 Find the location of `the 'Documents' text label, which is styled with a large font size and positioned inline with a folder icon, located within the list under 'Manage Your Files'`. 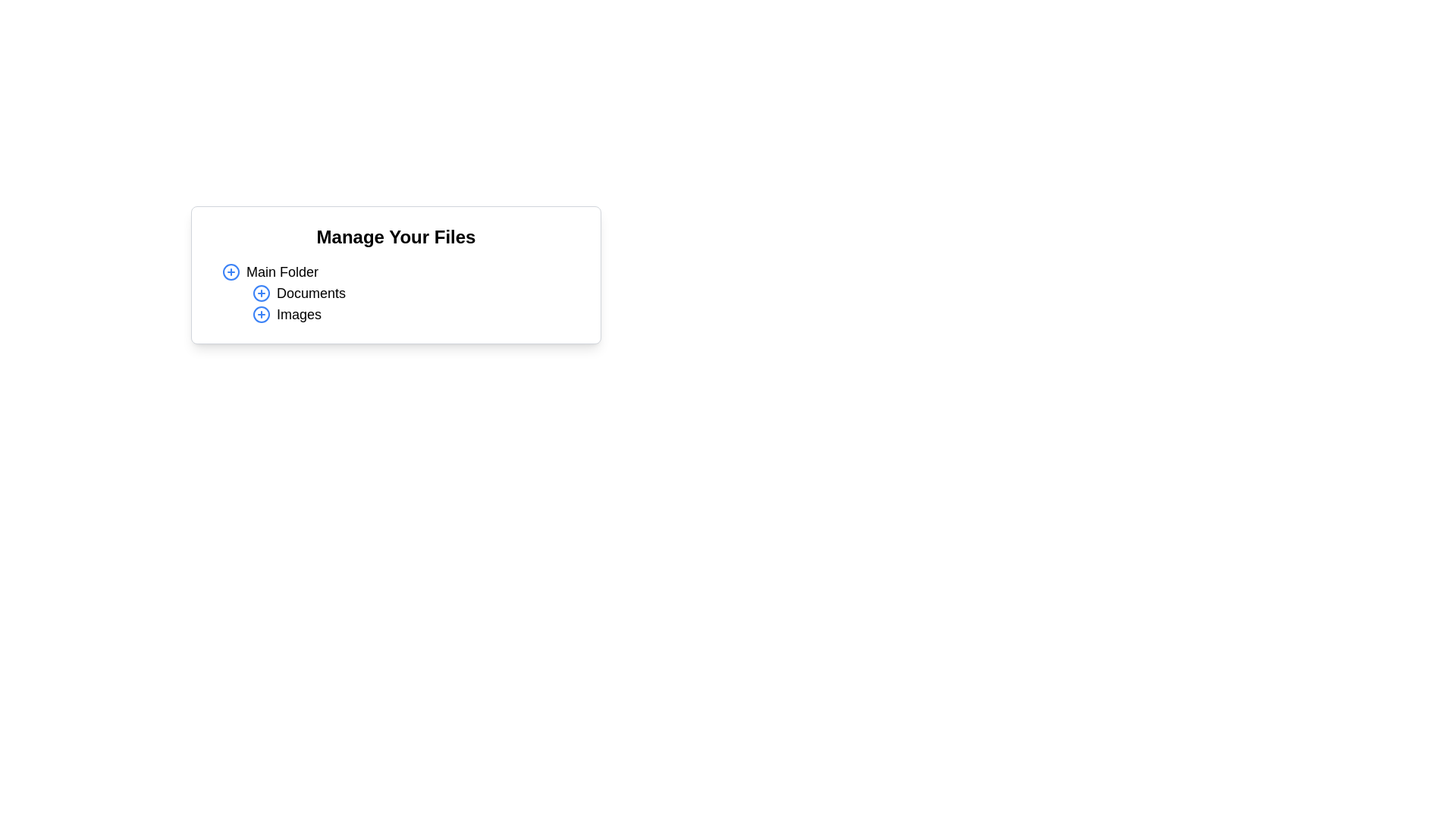

the 'Documents' text label, which is styled with a large font size and positioned inline with a folder icon, located within the list under 'Manage Your Files' is located at coordinates (310, 293).